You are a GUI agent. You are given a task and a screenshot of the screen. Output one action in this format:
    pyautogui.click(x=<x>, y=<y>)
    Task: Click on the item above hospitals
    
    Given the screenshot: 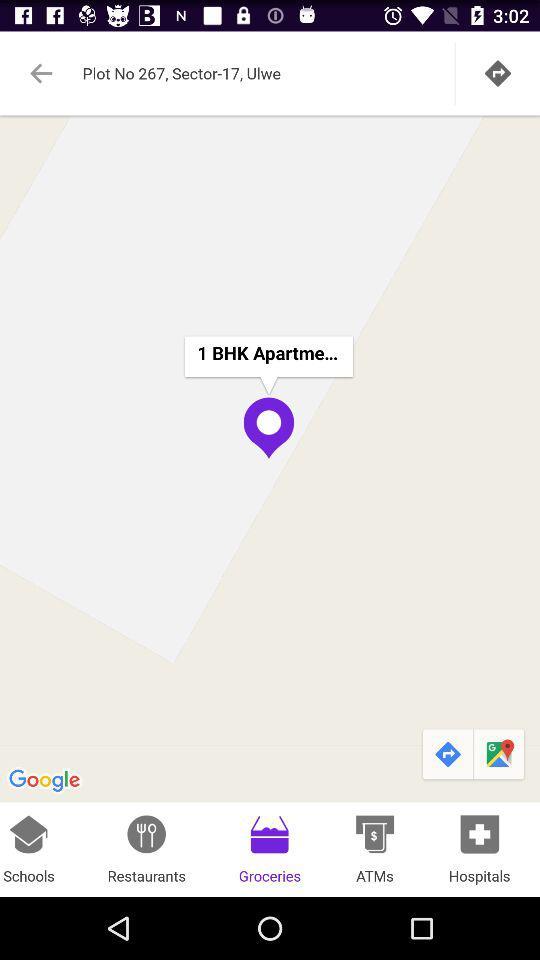 What is the action you would take?
    pyautogui.click(x=447, y=754)
    